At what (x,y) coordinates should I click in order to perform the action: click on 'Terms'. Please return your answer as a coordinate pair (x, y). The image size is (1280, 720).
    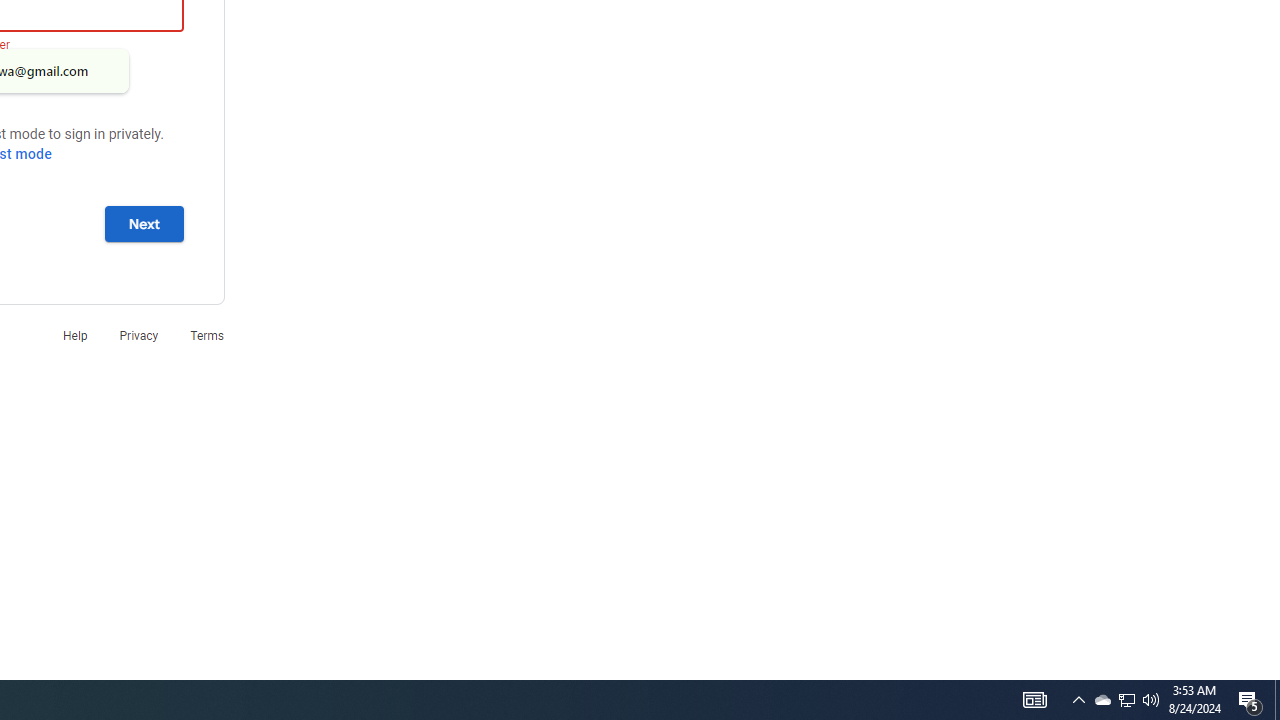
    Looking at the image, I should click on (207, 334).